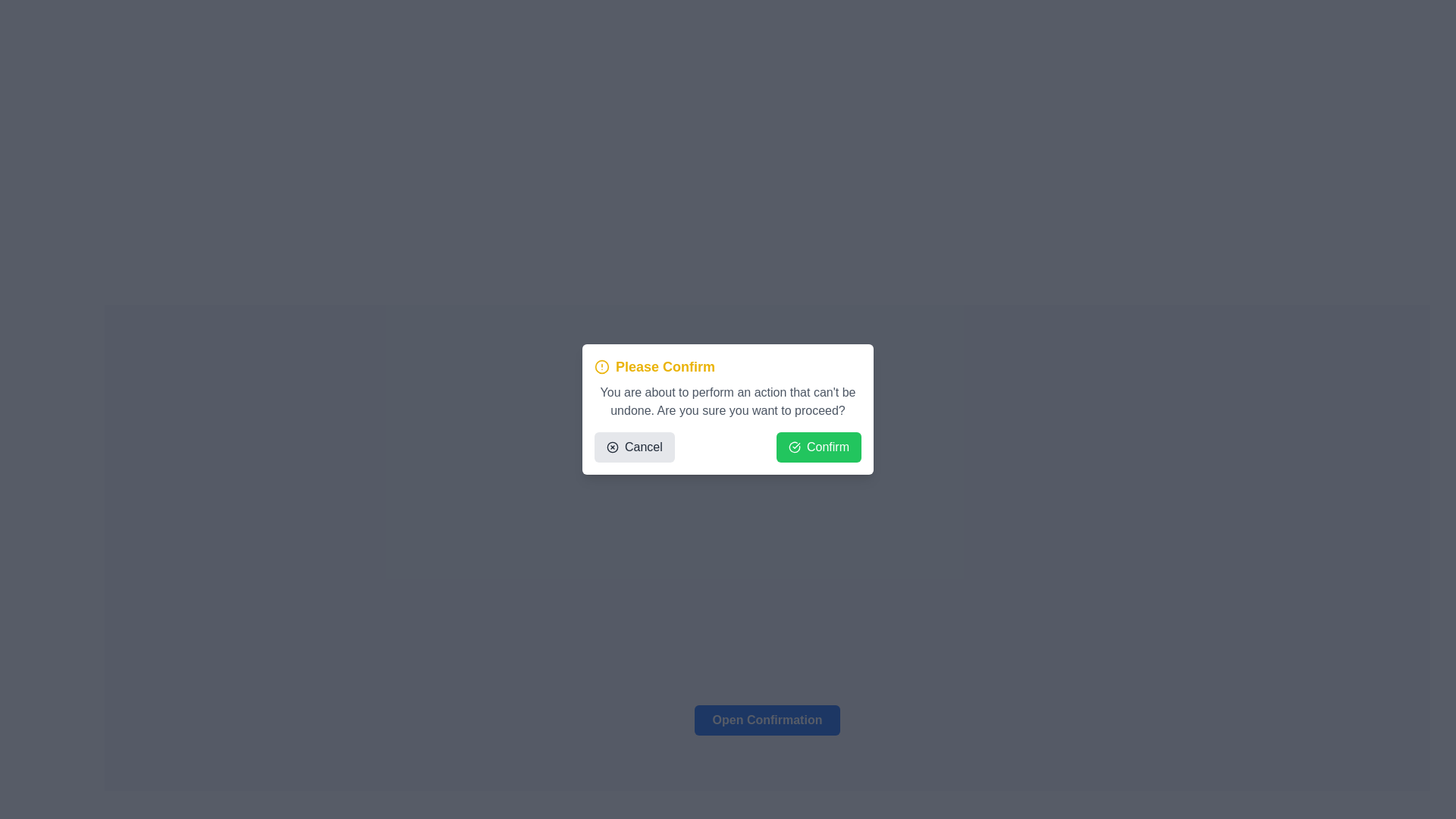  I want to click on the circular warning icon within the 'Please Confirm' modal dialog, which serves as a visual indication of an alert state, so click(601, 366).